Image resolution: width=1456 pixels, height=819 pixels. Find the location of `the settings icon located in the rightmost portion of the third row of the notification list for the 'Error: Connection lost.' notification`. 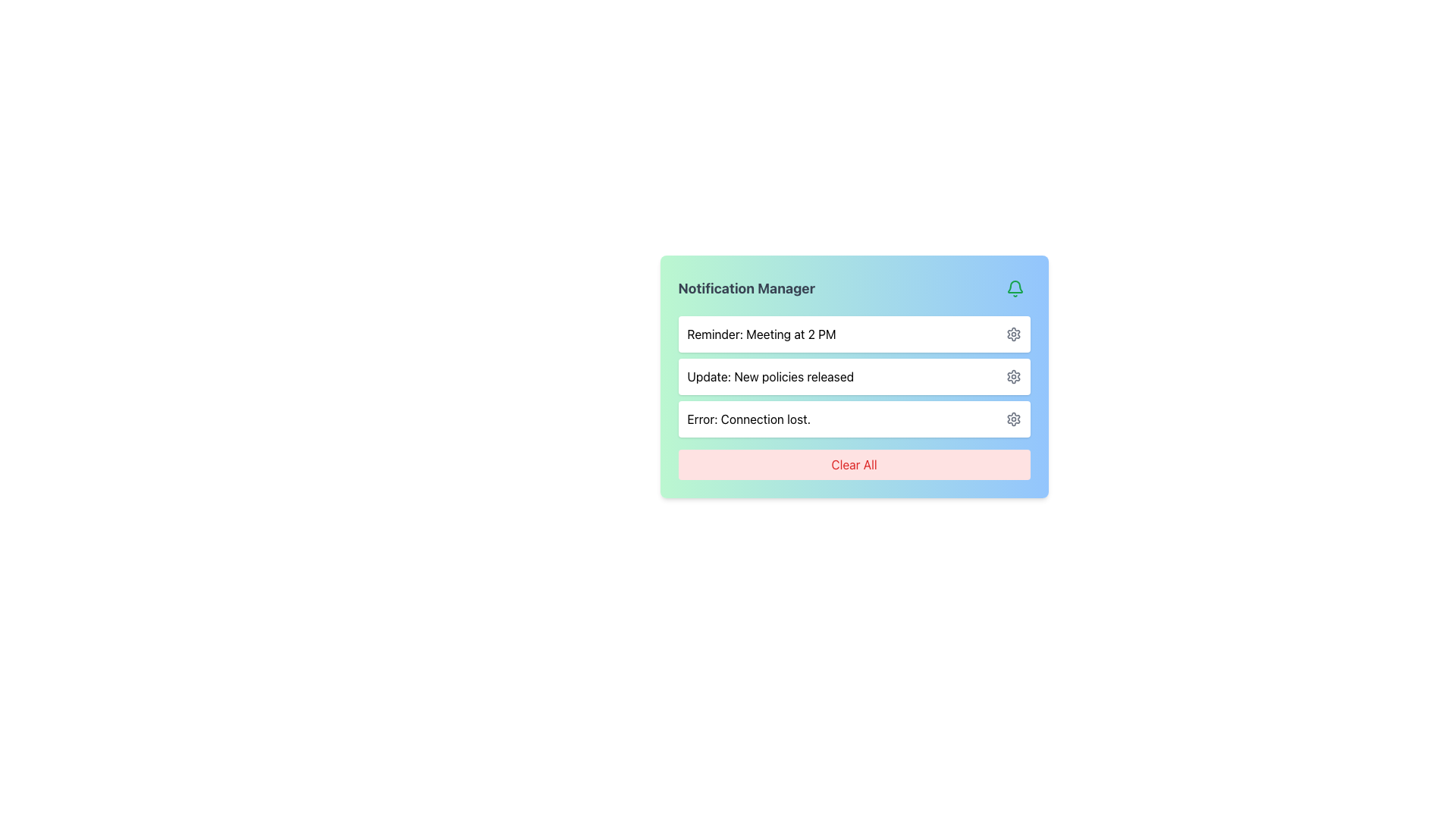

the settings icon located in the rightmost portion of the third row of the notification list for the 'Error: Connection lost.' notification is located at coordinates (1013, 419).